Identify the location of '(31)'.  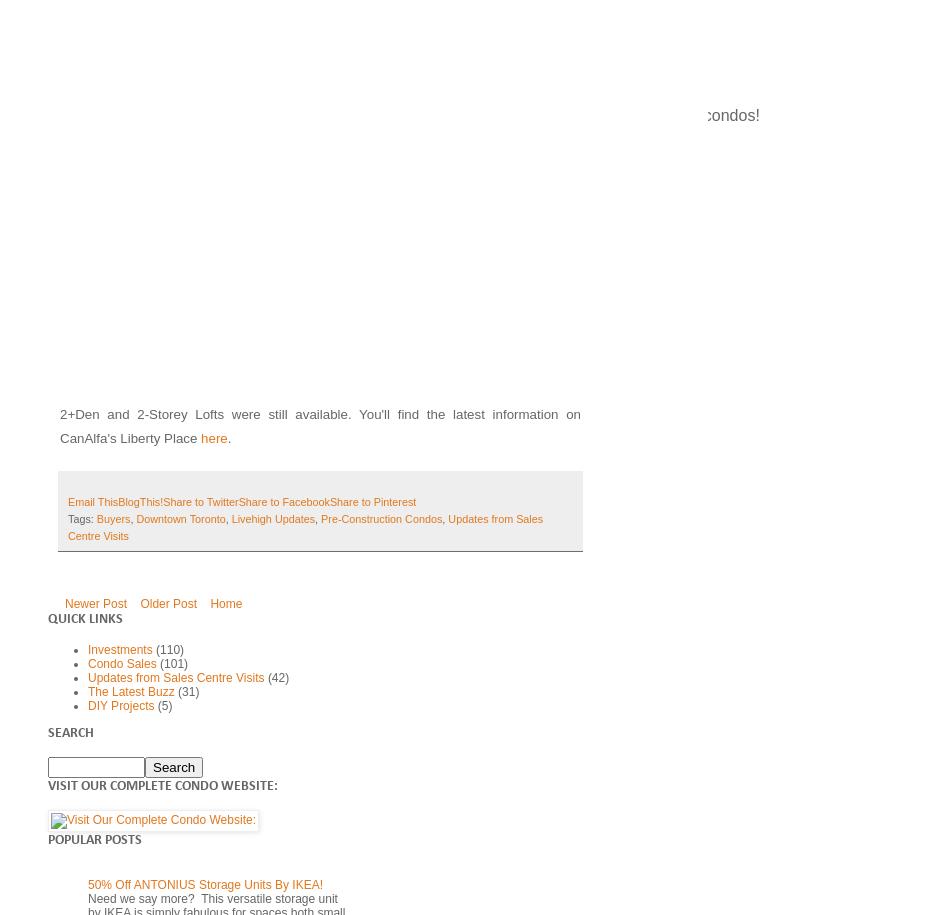
(187, 690).